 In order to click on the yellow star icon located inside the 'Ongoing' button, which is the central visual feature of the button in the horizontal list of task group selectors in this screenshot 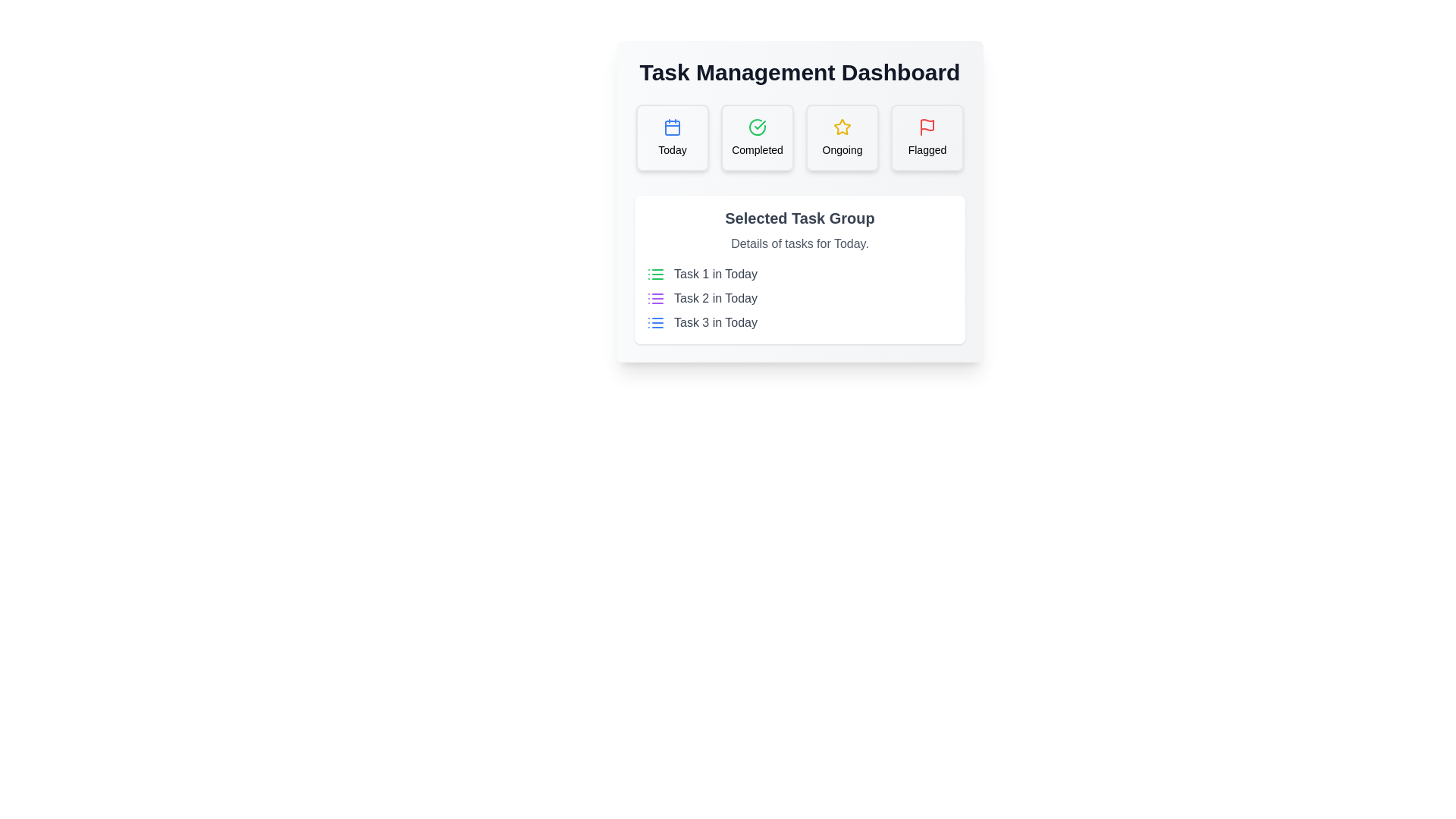, I will do `click(841, 127)`.